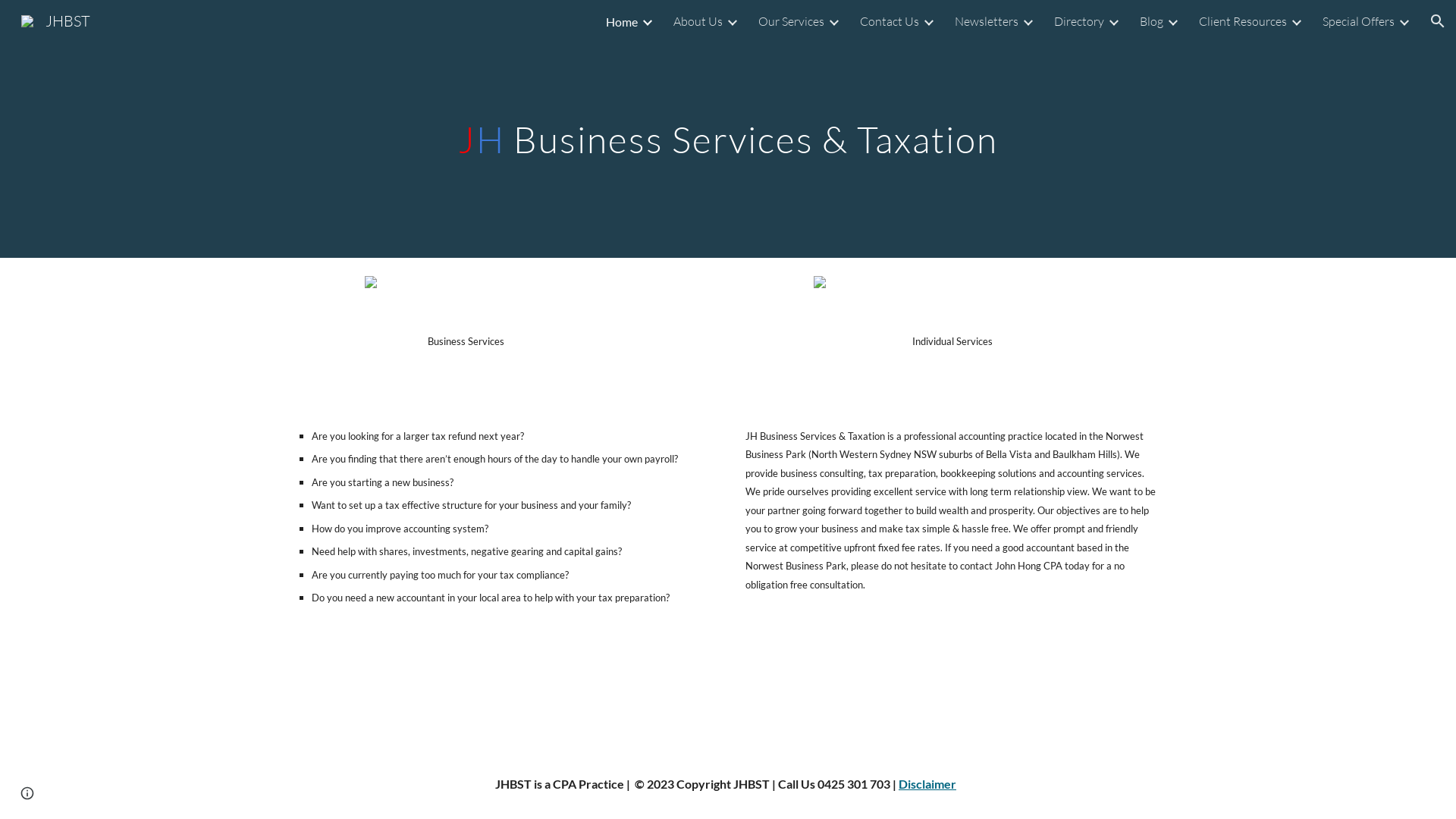 This screenshot has height=819, width=1456. I want to click on 'Expand/Collapse', so click(731, 20).